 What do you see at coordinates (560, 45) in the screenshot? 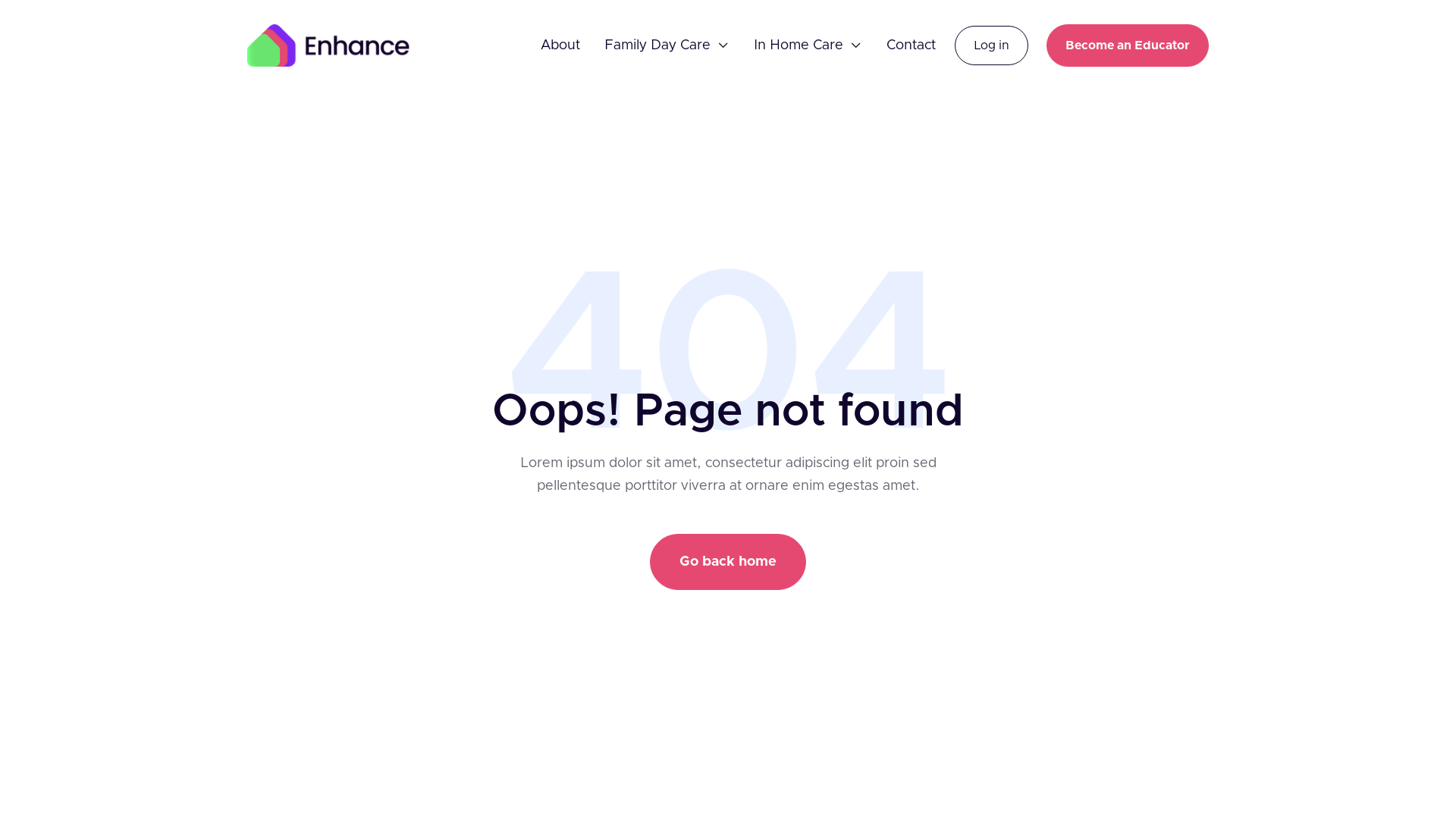
I see `'About'` at bounding box center [560, 45].